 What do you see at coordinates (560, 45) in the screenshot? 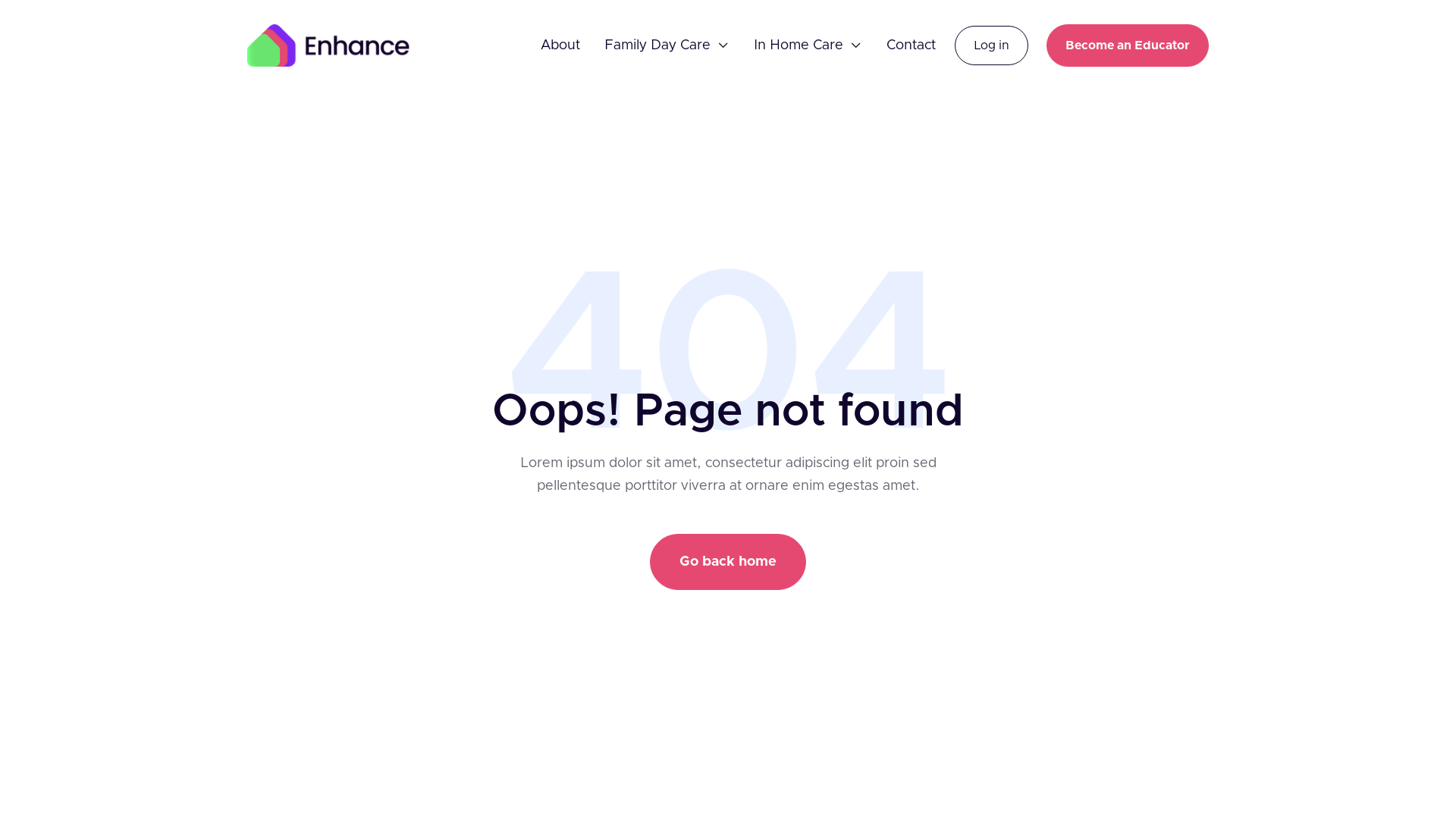
I see `'About'` at bounding box center [560, 45].